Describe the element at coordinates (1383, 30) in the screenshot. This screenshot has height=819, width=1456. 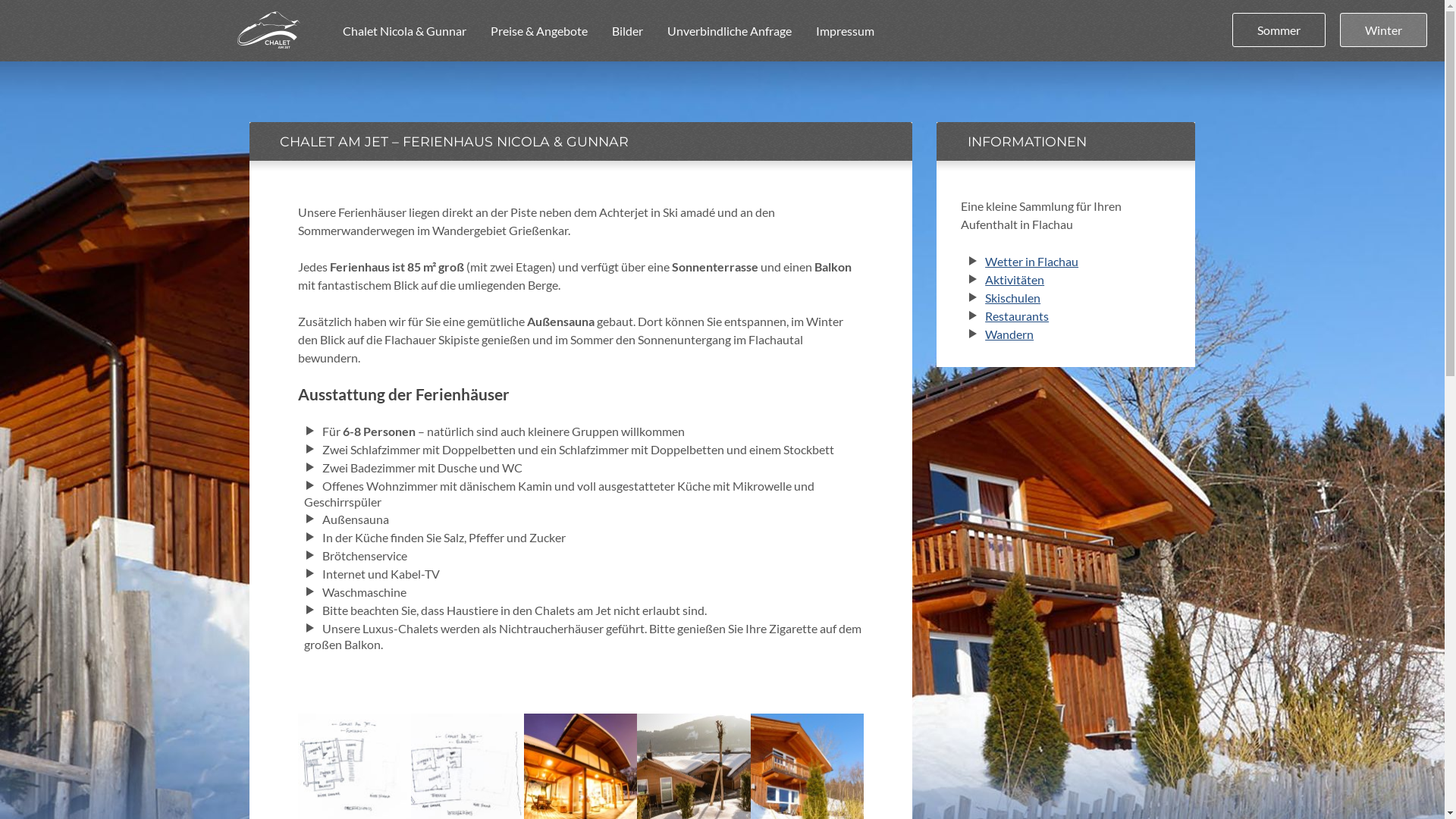
I see `'Winter'` at that location.